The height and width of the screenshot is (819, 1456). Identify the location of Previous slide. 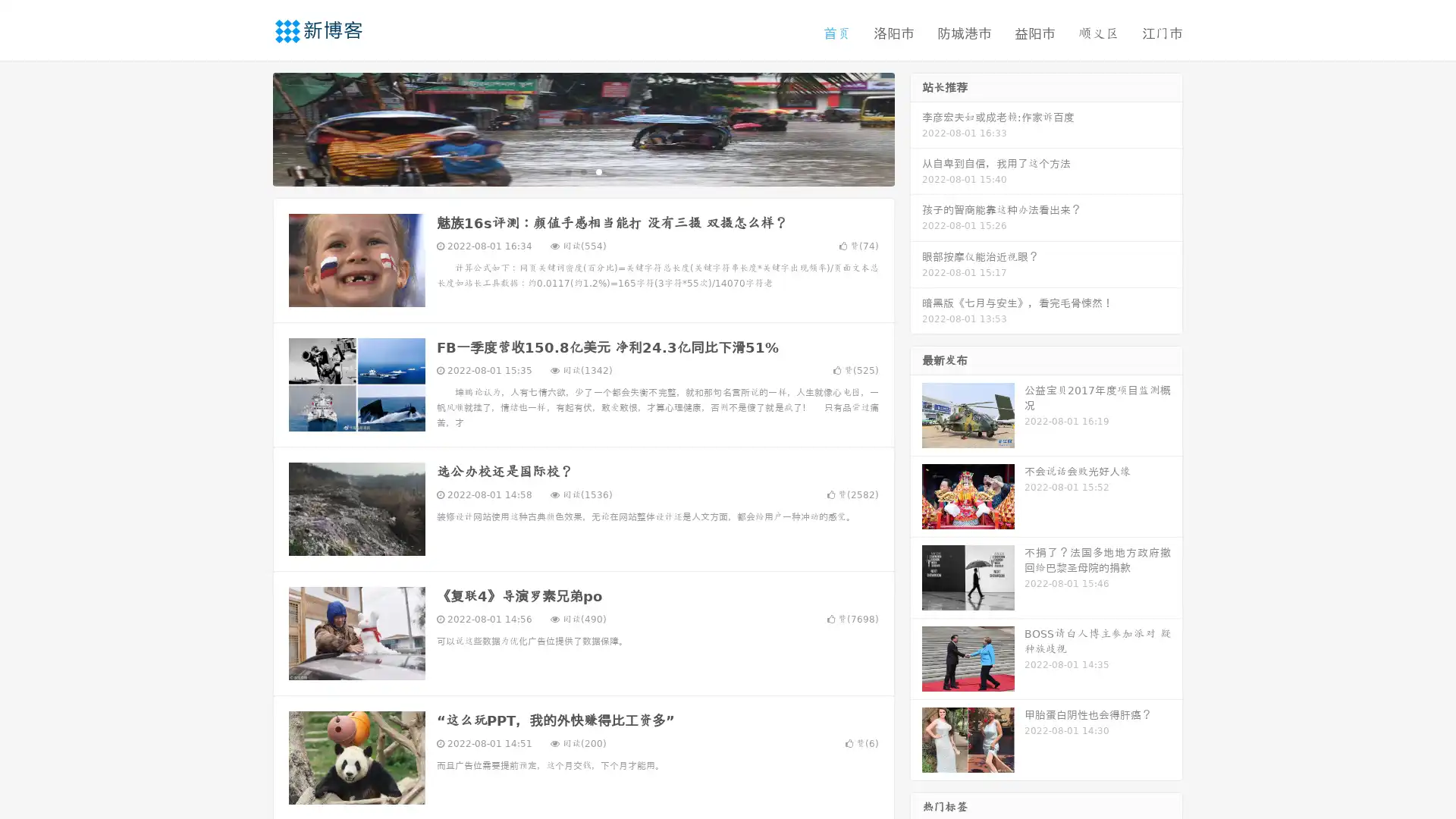
(250, 127).